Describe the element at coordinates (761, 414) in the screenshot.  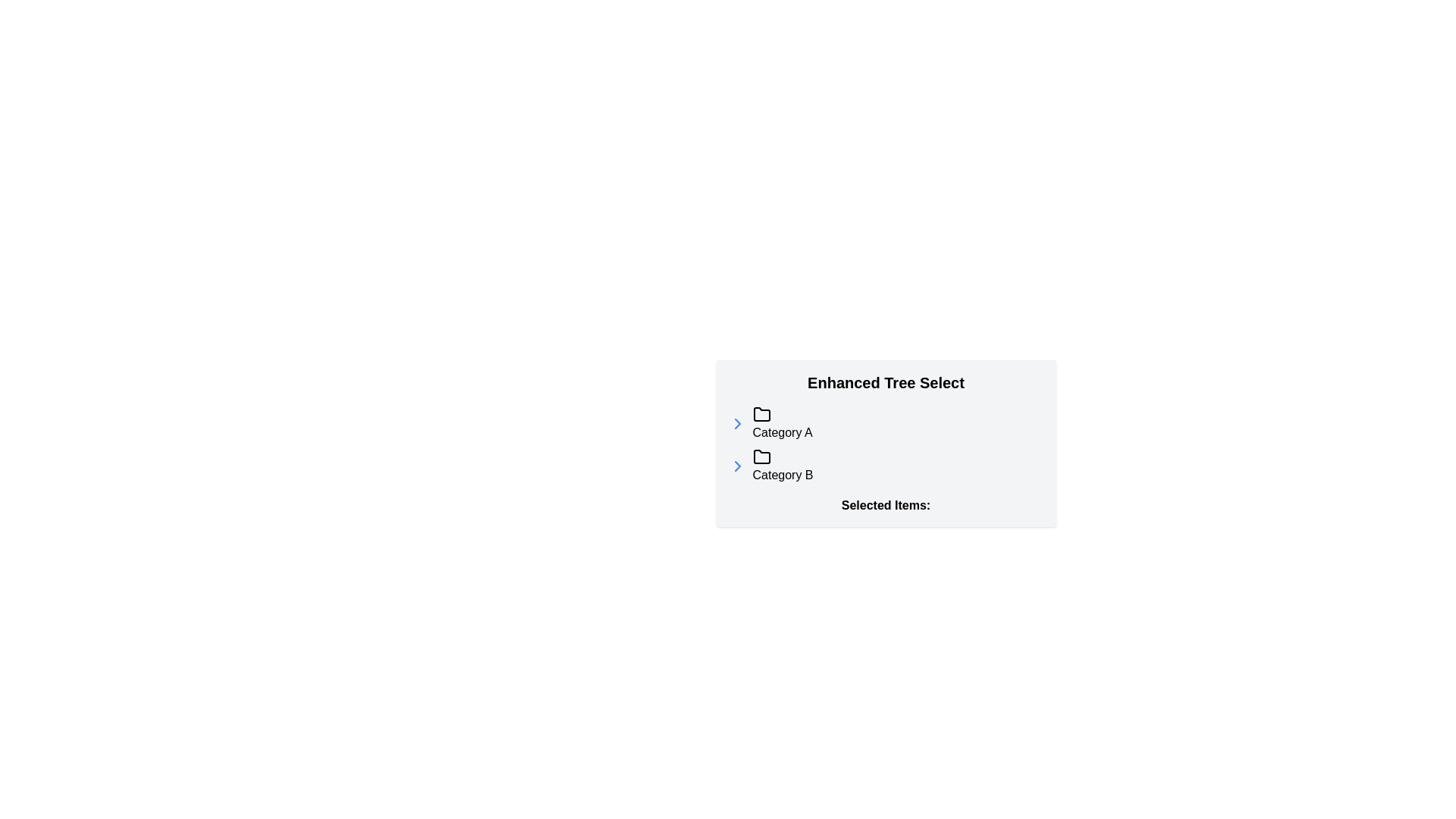
I see `the folder icon located to the left of the label 'Category A'` at that location.